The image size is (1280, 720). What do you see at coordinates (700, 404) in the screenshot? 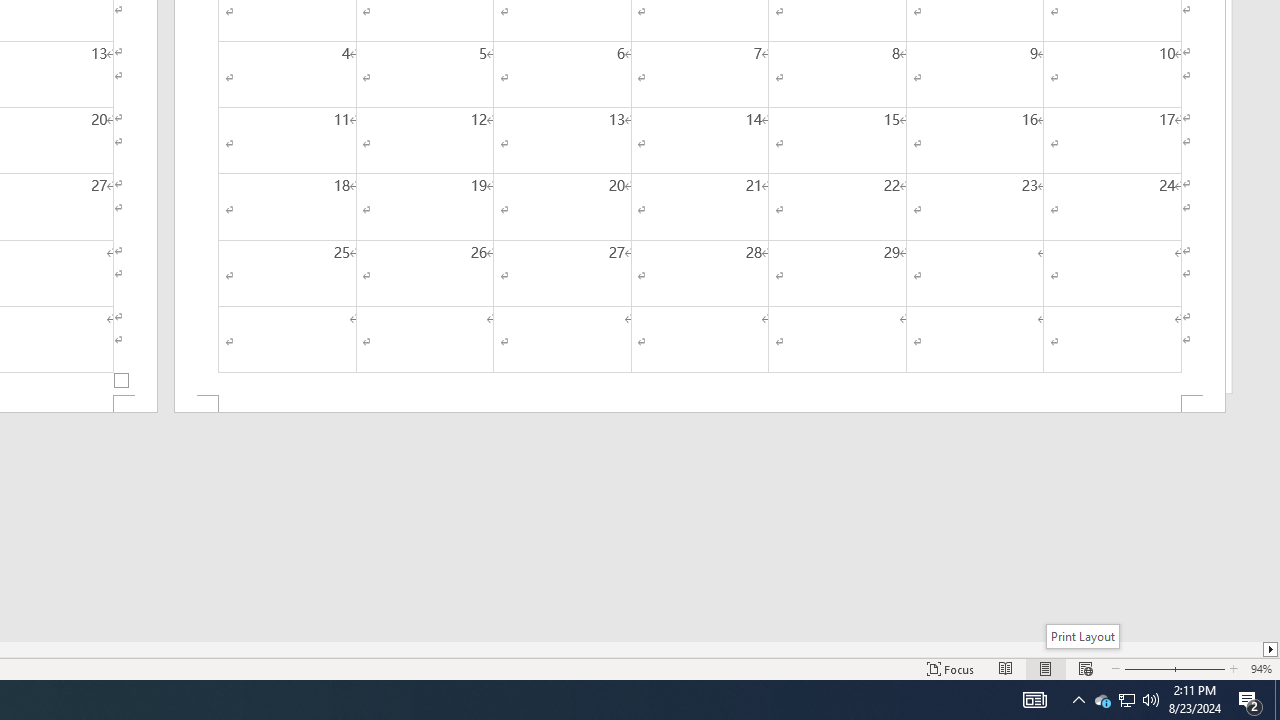
I see `'Footer -Section 2-'` at bounding box center [700, 404].